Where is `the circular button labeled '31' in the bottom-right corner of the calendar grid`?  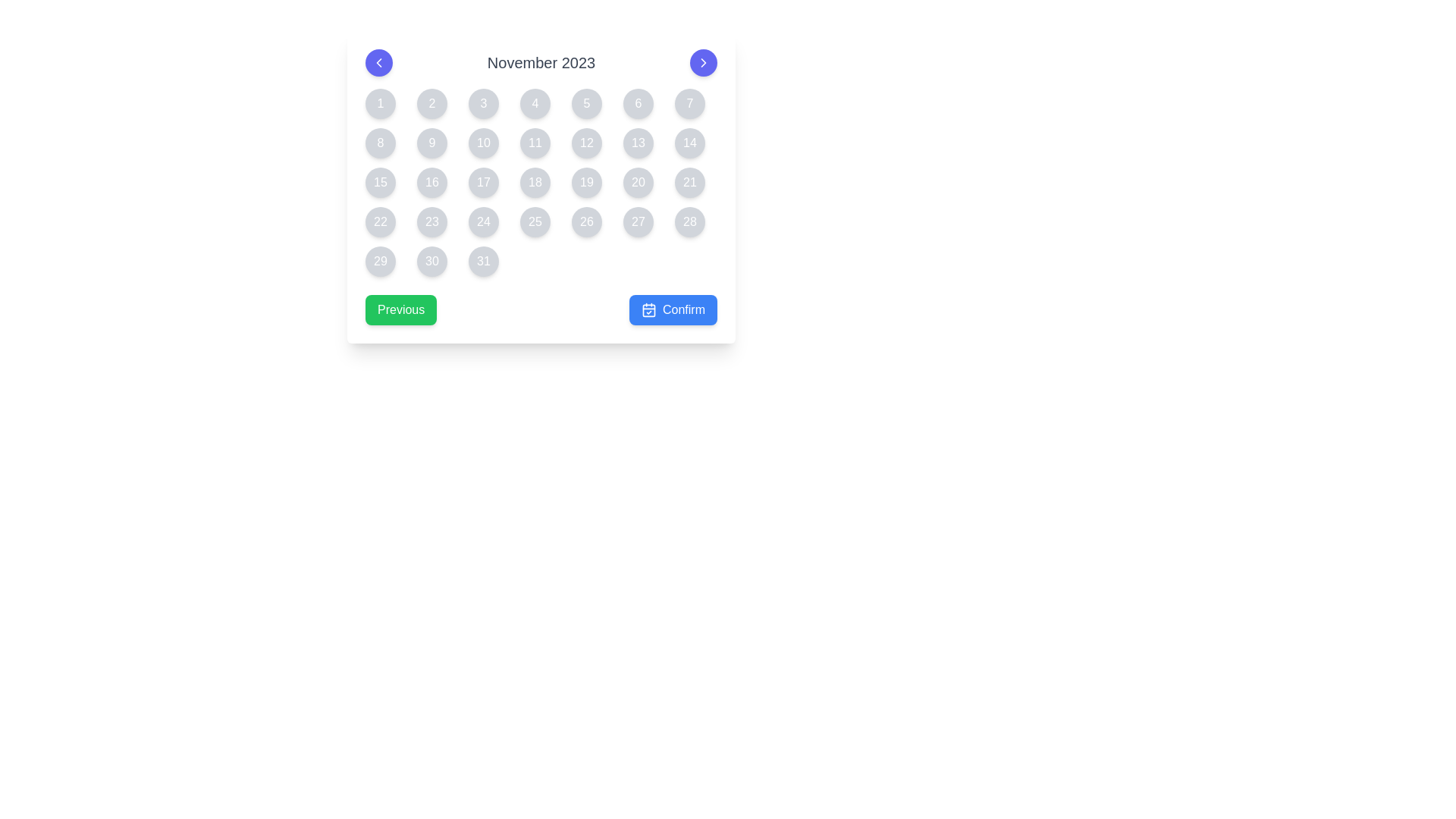
the circular button labeled '31' in the bottom-right corner of the calendar grid is located at coordinates (483, 260).